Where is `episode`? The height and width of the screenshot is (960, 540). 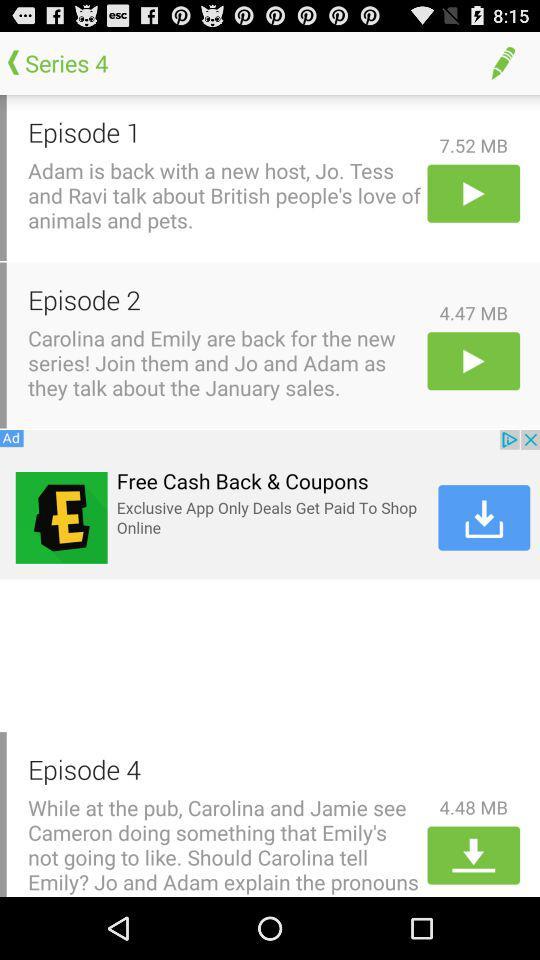
episode is located at coordinates (472, 360).